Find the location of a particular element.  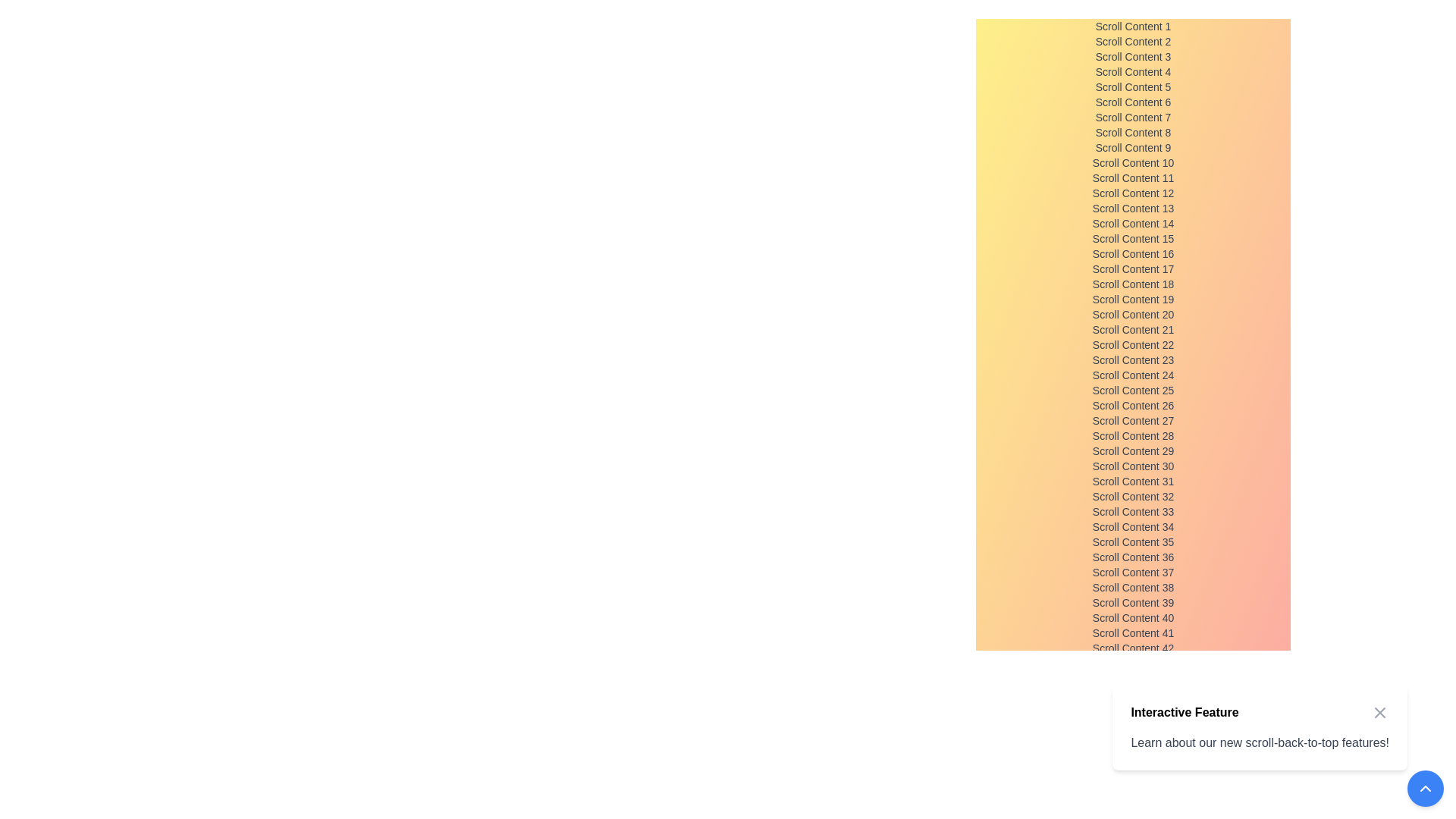

the text label that serves as an identifier for a specific item in a vertically stacked list, located at the 26th position in the list is located at coordinates (1133, 405).